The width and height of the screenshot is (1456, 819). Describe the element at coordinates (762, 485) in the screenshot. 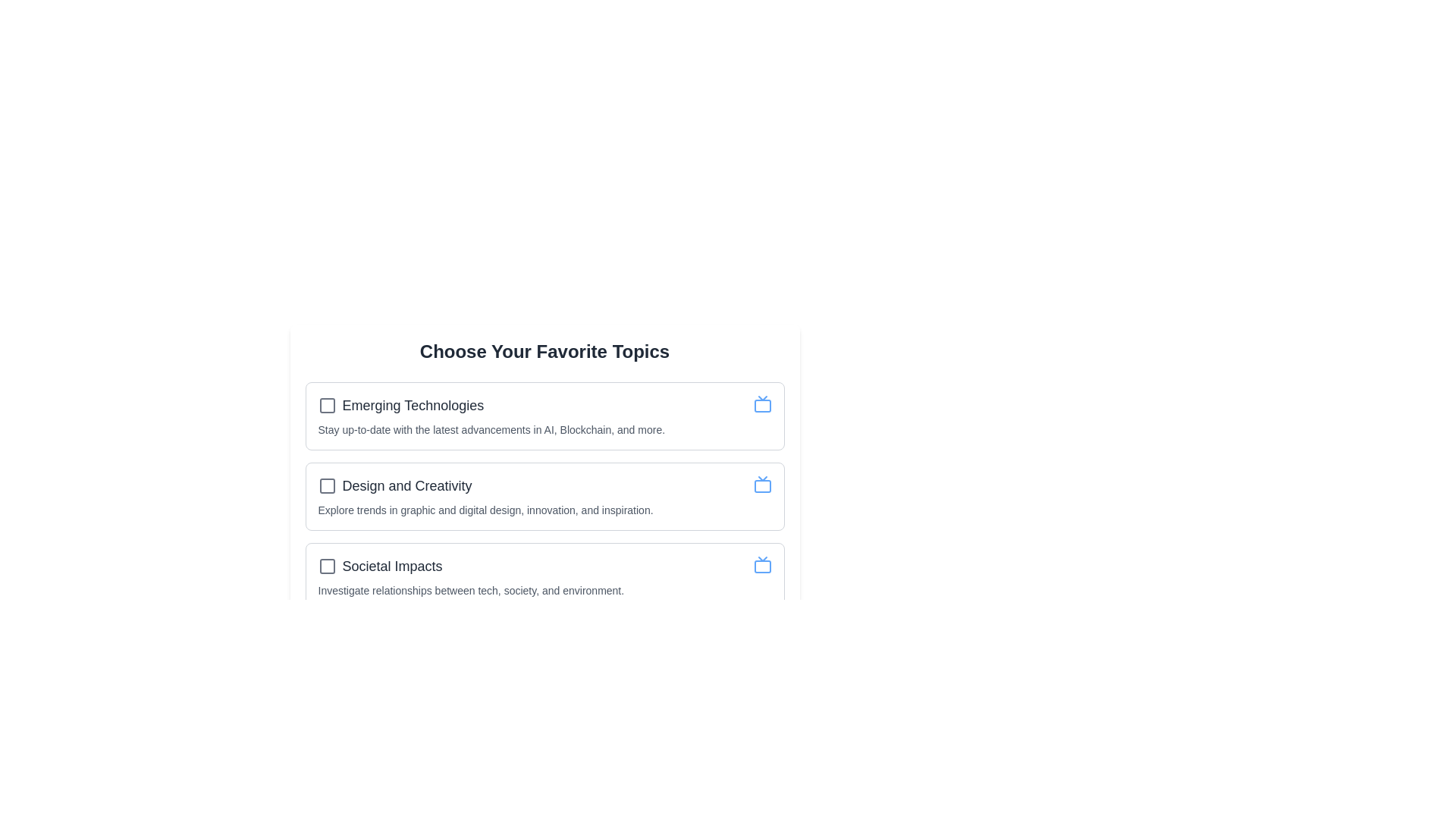

I see `the icon located at the far right of the 'Design and Creativity' topic row, which serves as a visual marker for this topic` at that location.